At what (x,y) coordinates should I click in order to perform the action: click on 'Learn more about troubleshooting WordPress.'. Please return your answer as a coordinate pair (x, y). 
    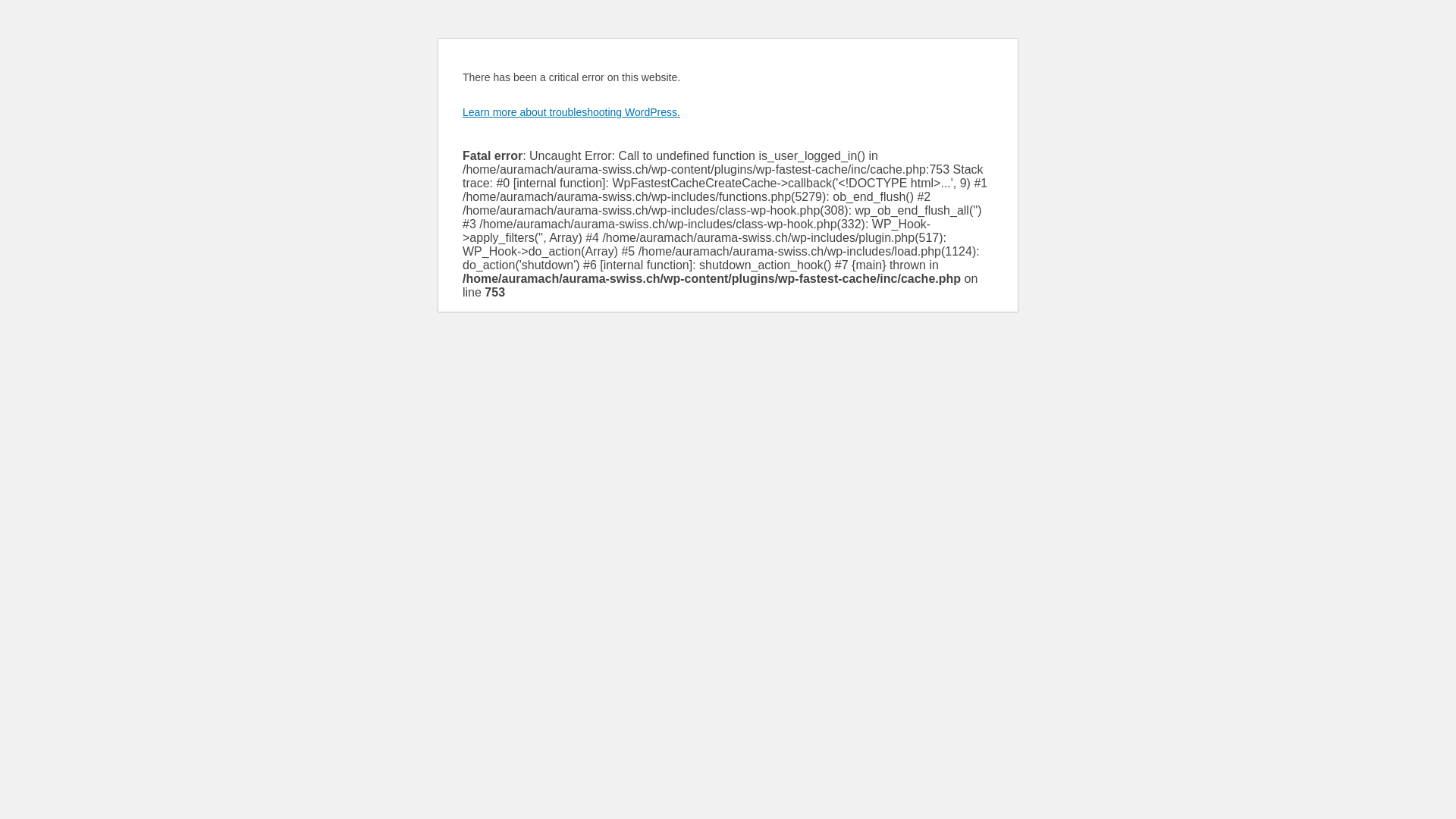
    Looking at the image, I should click on (570, 111).